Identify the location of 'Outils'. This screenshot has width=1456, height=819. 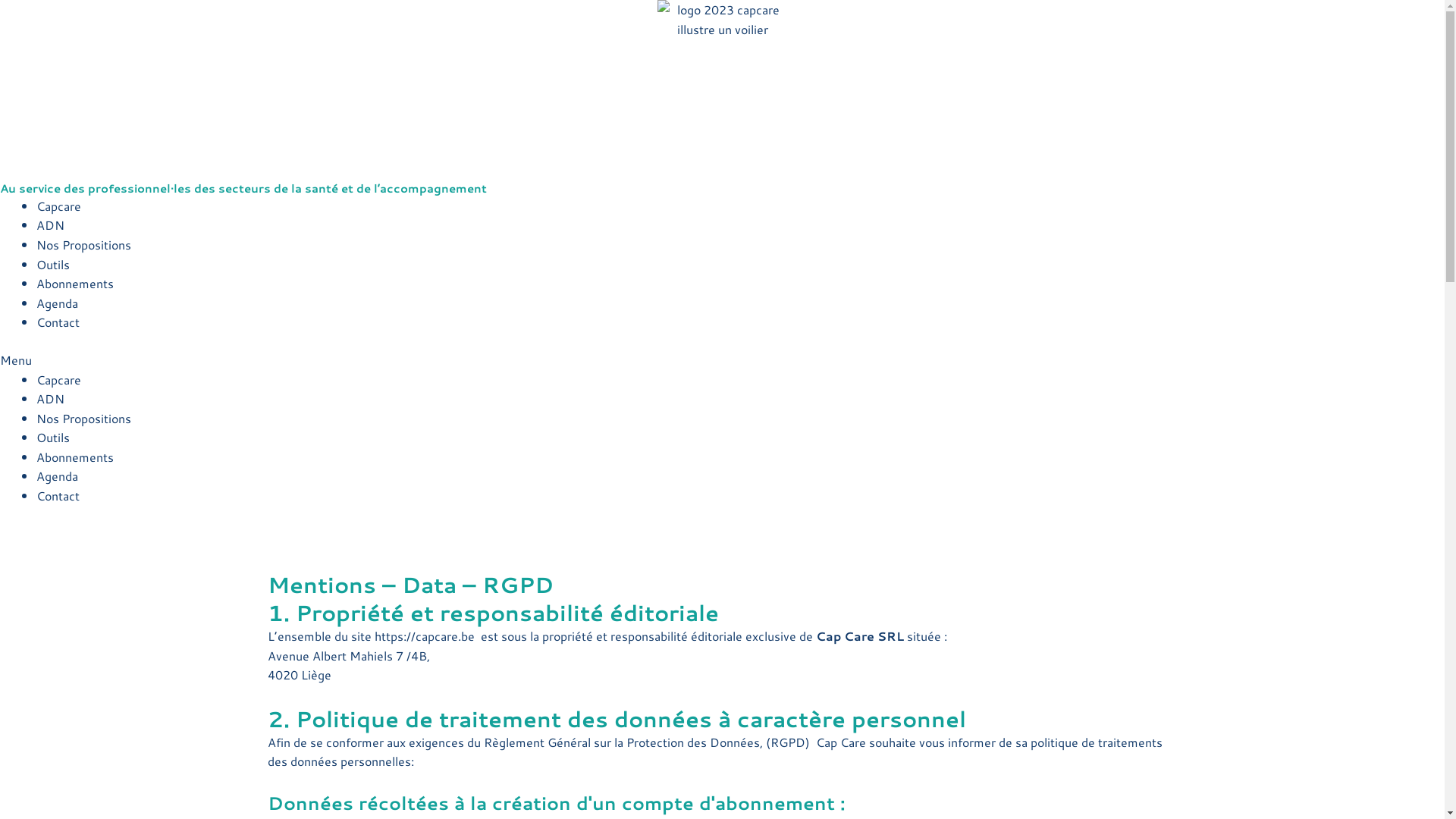
(53, 263).